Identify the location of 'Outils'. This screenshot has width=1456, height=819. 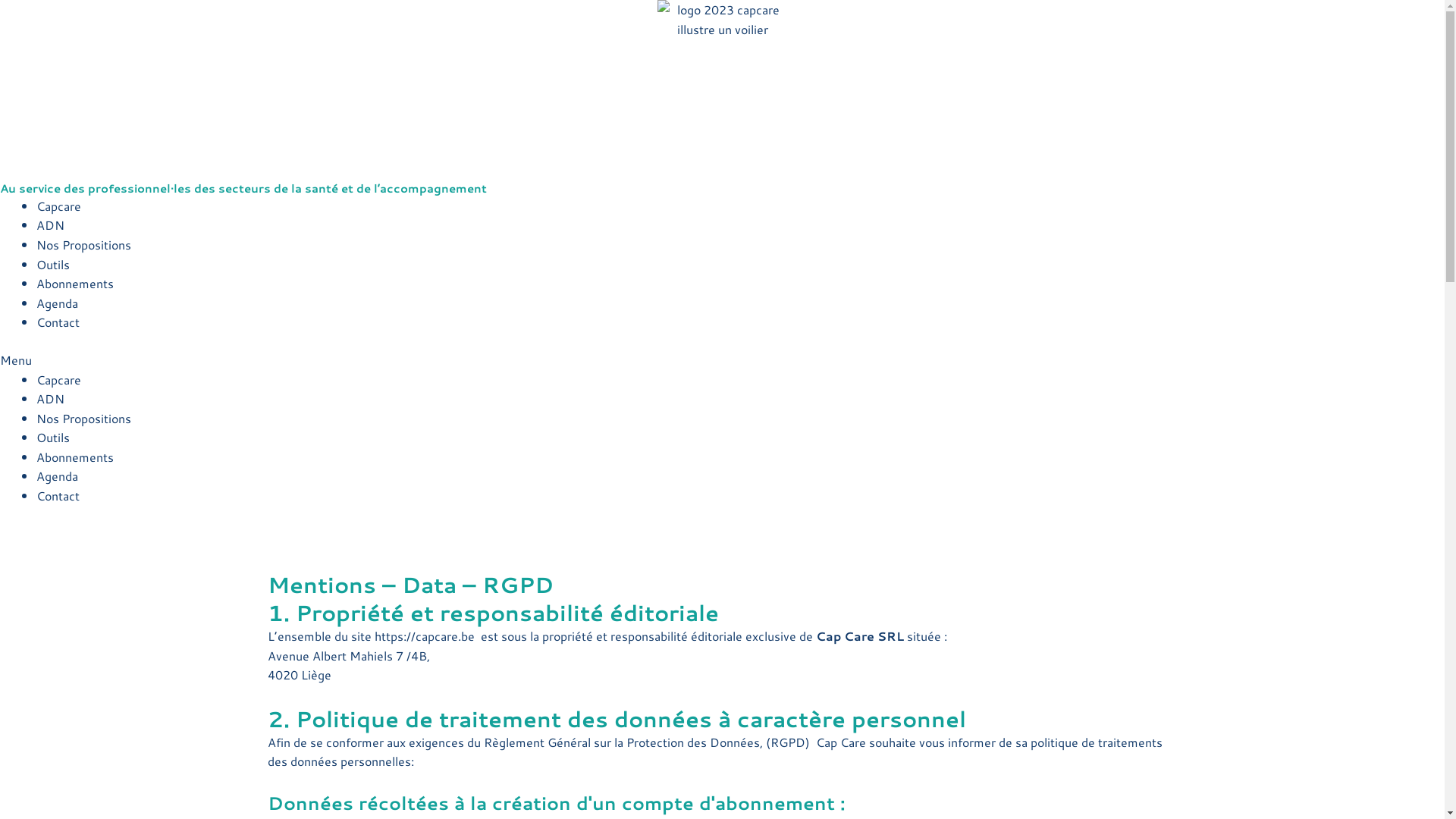
(53, 263).